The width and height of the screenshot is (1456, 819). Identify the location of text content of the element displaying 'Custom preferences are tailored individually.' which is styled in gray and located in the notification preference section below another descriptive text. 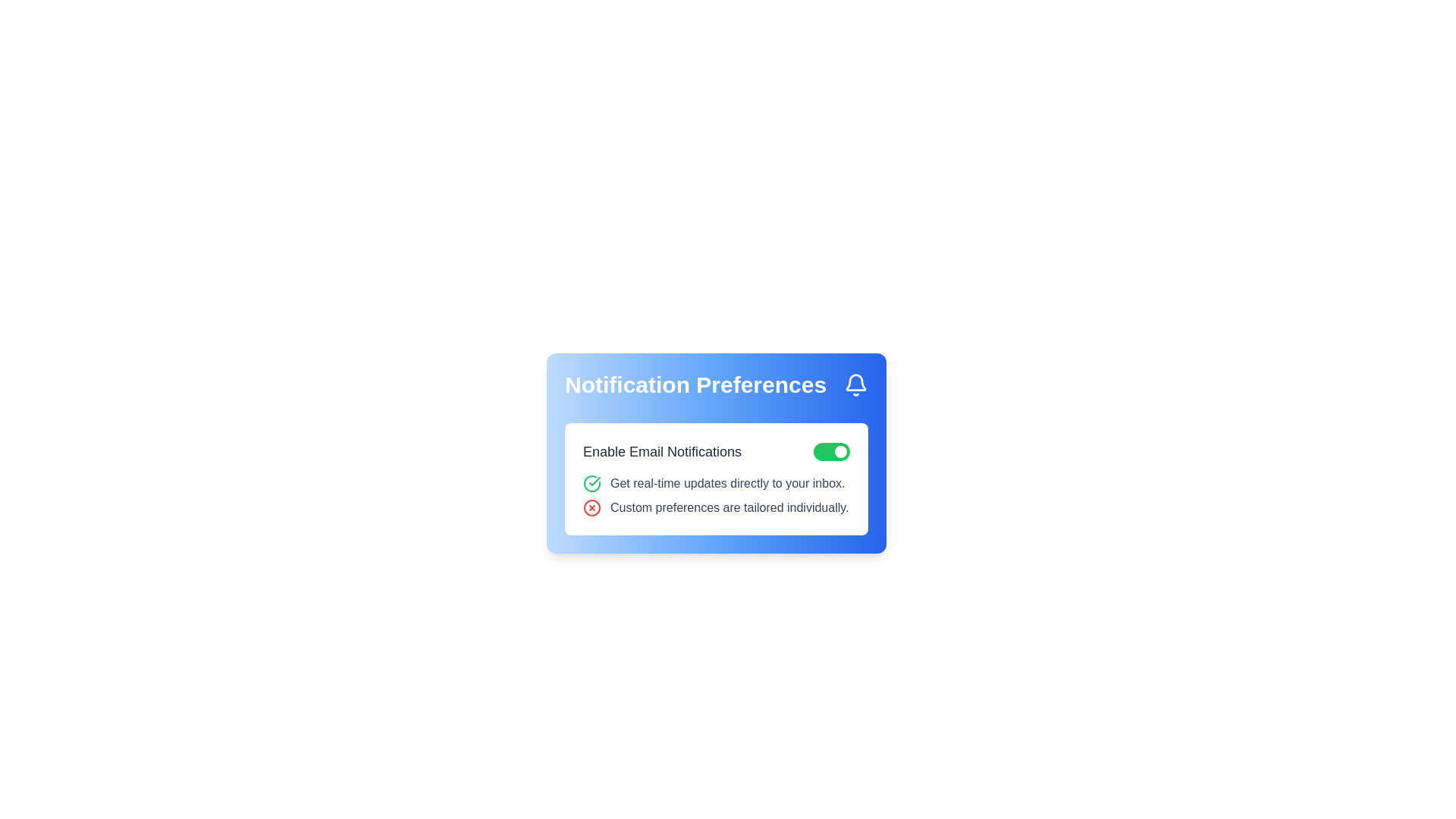
(730, 508).